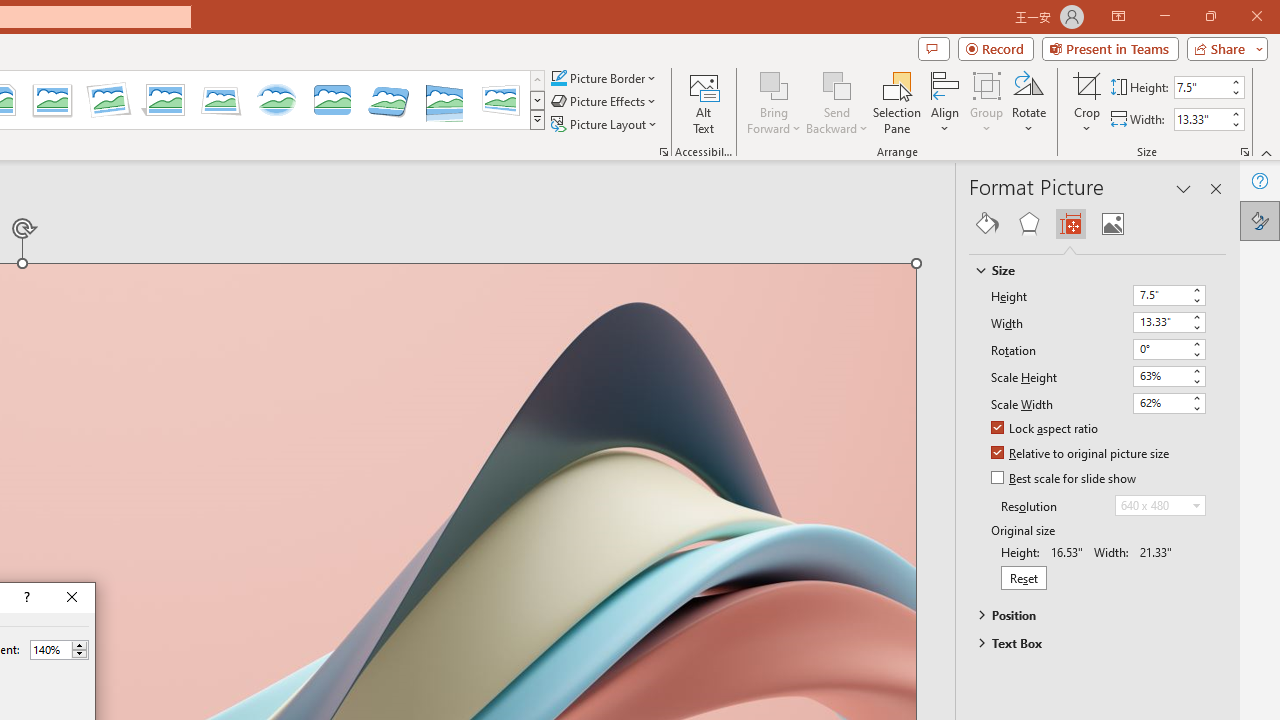  I want to click on 'Picture Layout', so click(605, 124).